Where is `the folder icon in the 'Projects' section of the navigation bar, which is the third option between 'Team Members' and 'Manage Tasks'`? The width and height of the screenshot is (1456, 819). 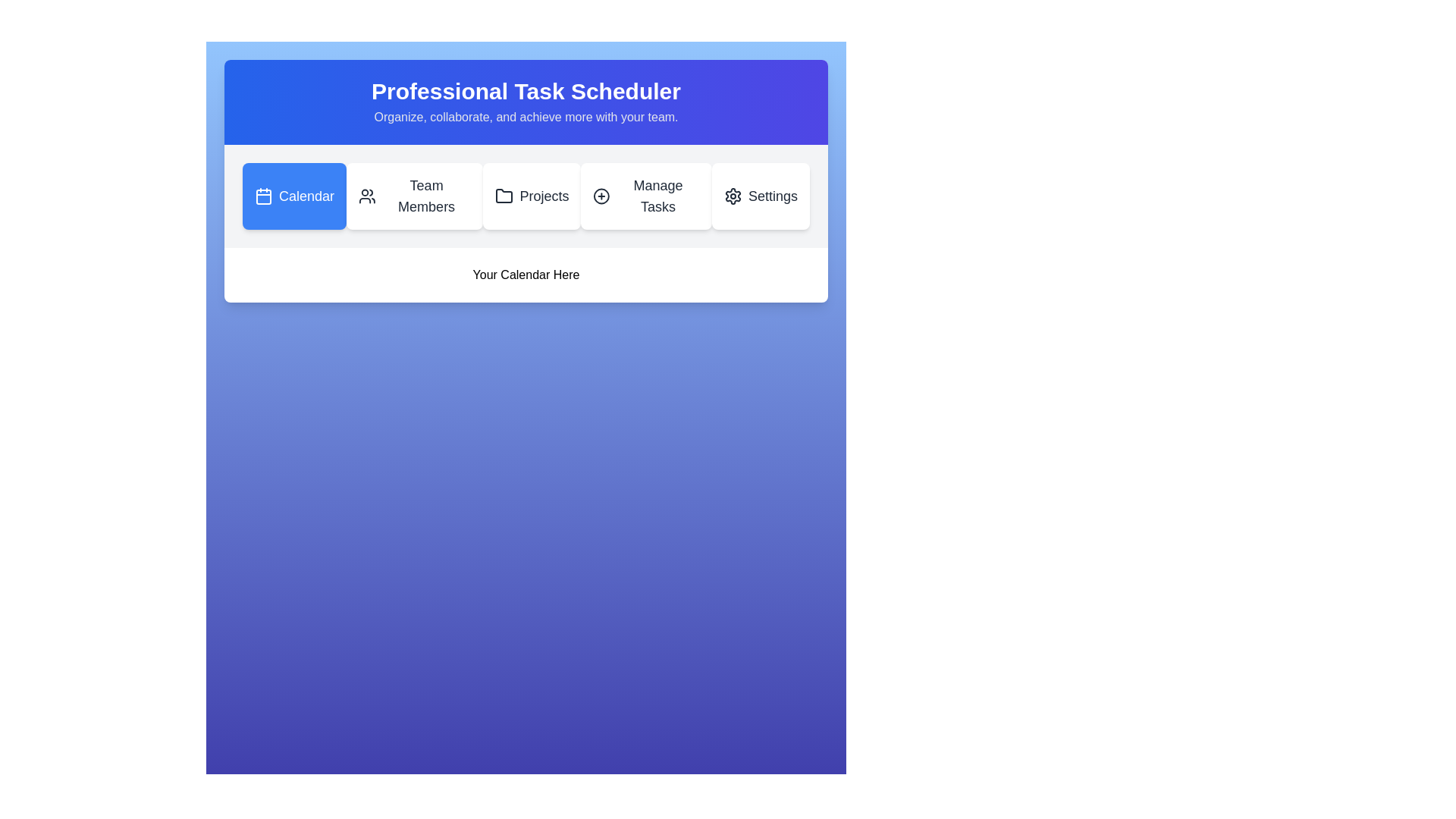
the folder icon in the 'Projects' section of the navigation bar, which is the third option between 'Team Members' and 'Manage Tasks' is located at coordinates (504, 195).